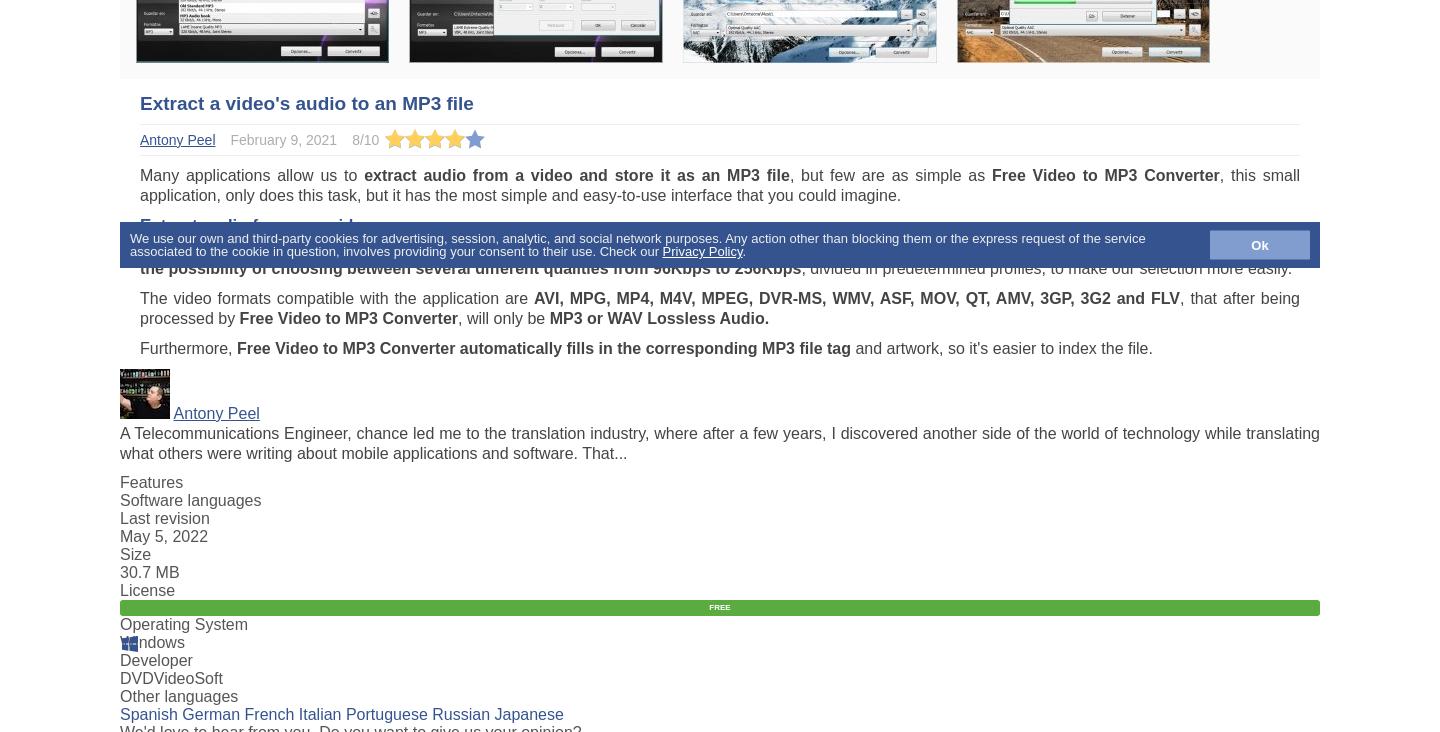  I want to click on 'automatically fills in the corresponding MP3 file tag', so click(654, 348).